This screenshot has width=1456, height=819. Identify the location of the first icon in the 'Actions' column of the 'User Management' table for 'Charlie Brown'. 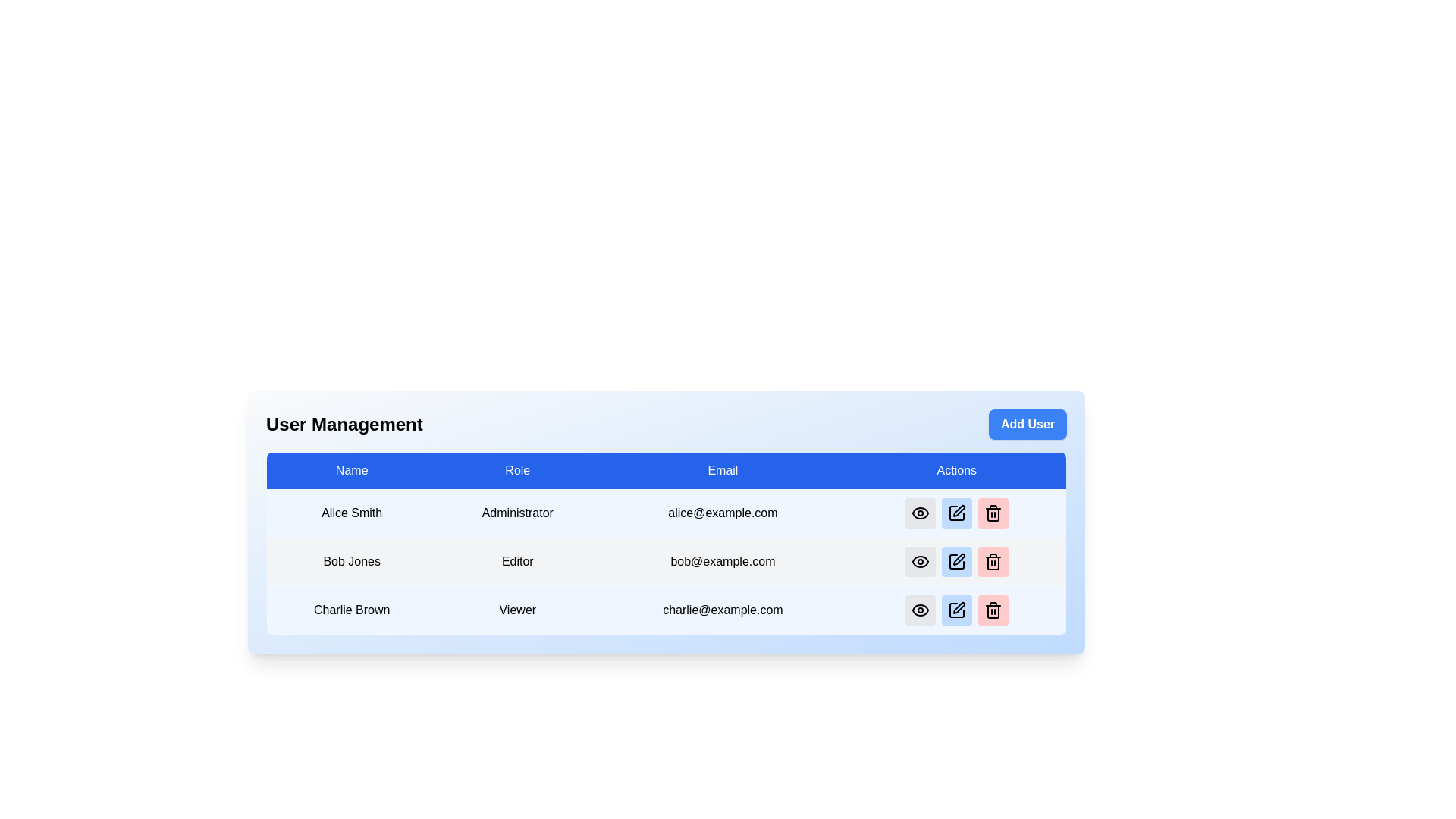
(919, 610).